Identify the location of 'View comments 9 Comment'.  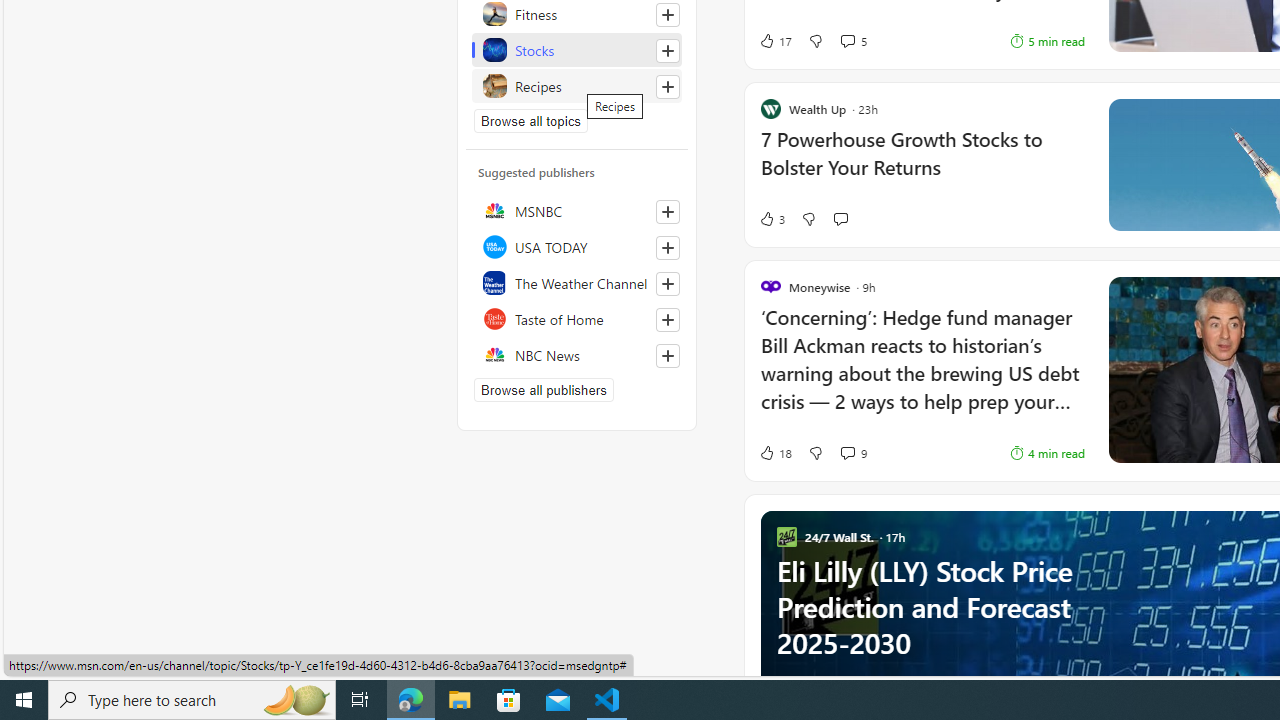
(847, 452).